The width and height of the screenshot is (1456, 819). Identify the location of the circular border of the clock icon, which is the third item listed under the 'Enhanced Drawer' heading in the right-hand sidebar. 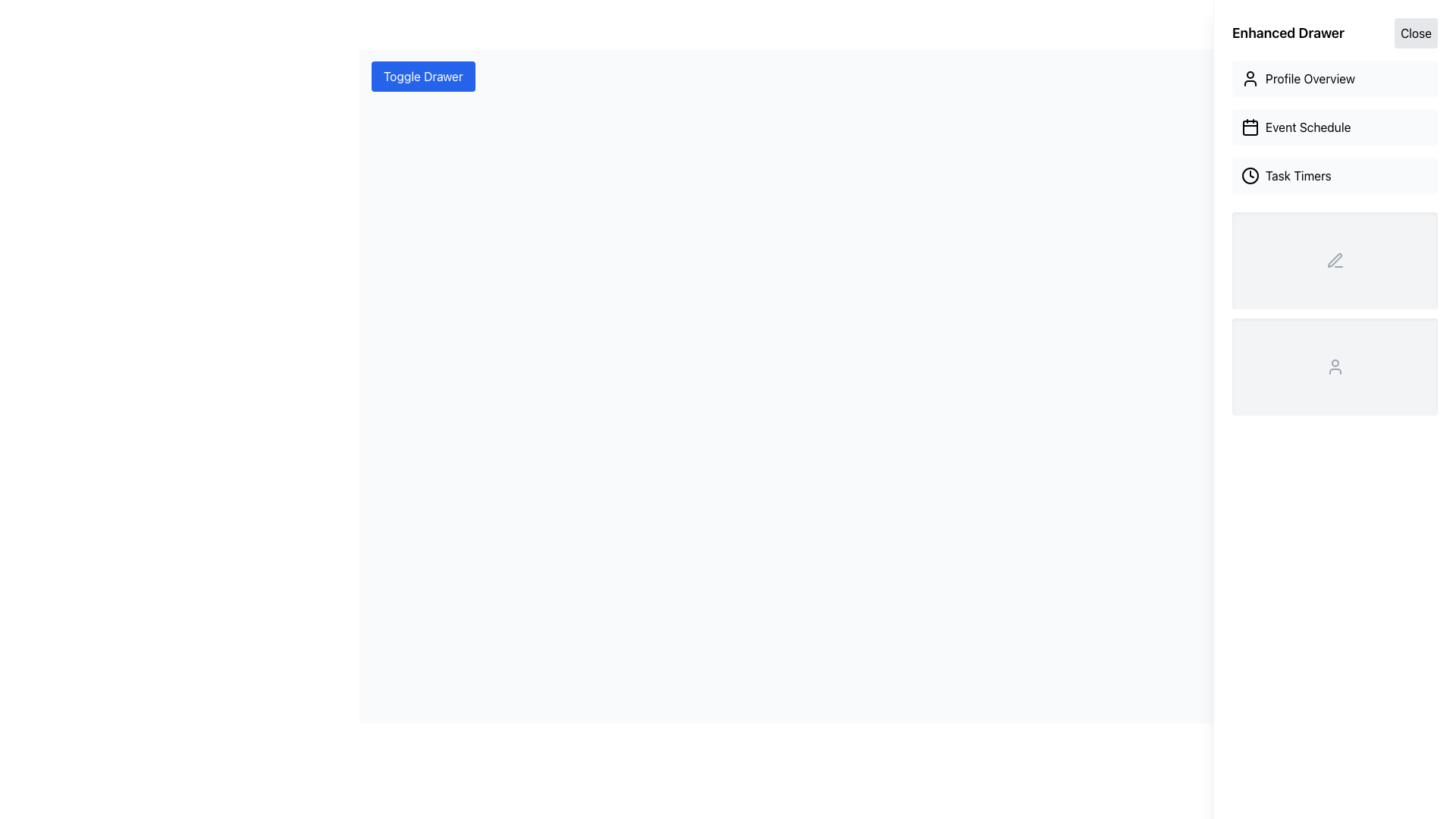
(1250, 174).